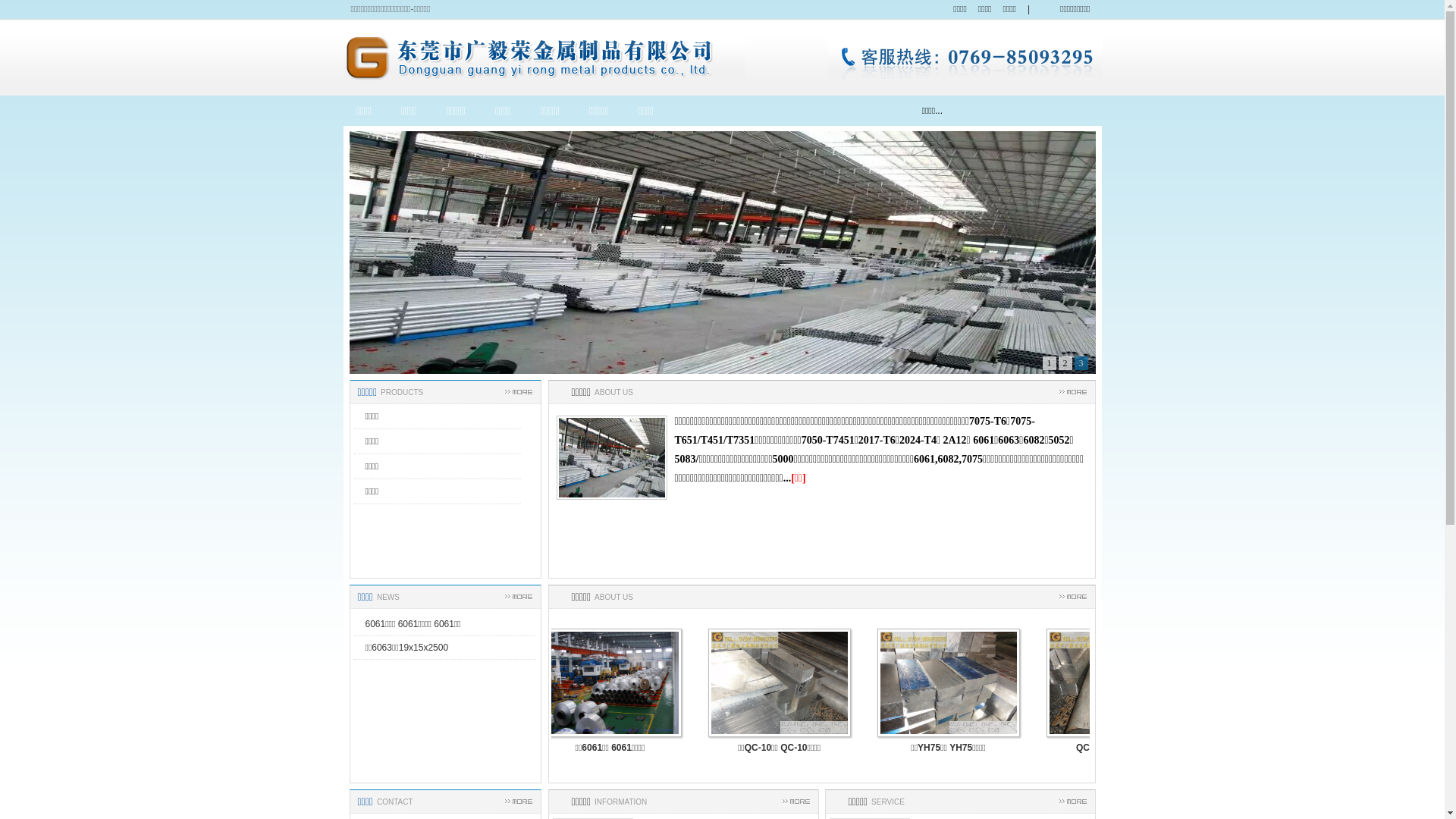  What do you see at coordinates (1028, 9) in the screenshot?
I see `'|'` at bounding box center [1028, 9].